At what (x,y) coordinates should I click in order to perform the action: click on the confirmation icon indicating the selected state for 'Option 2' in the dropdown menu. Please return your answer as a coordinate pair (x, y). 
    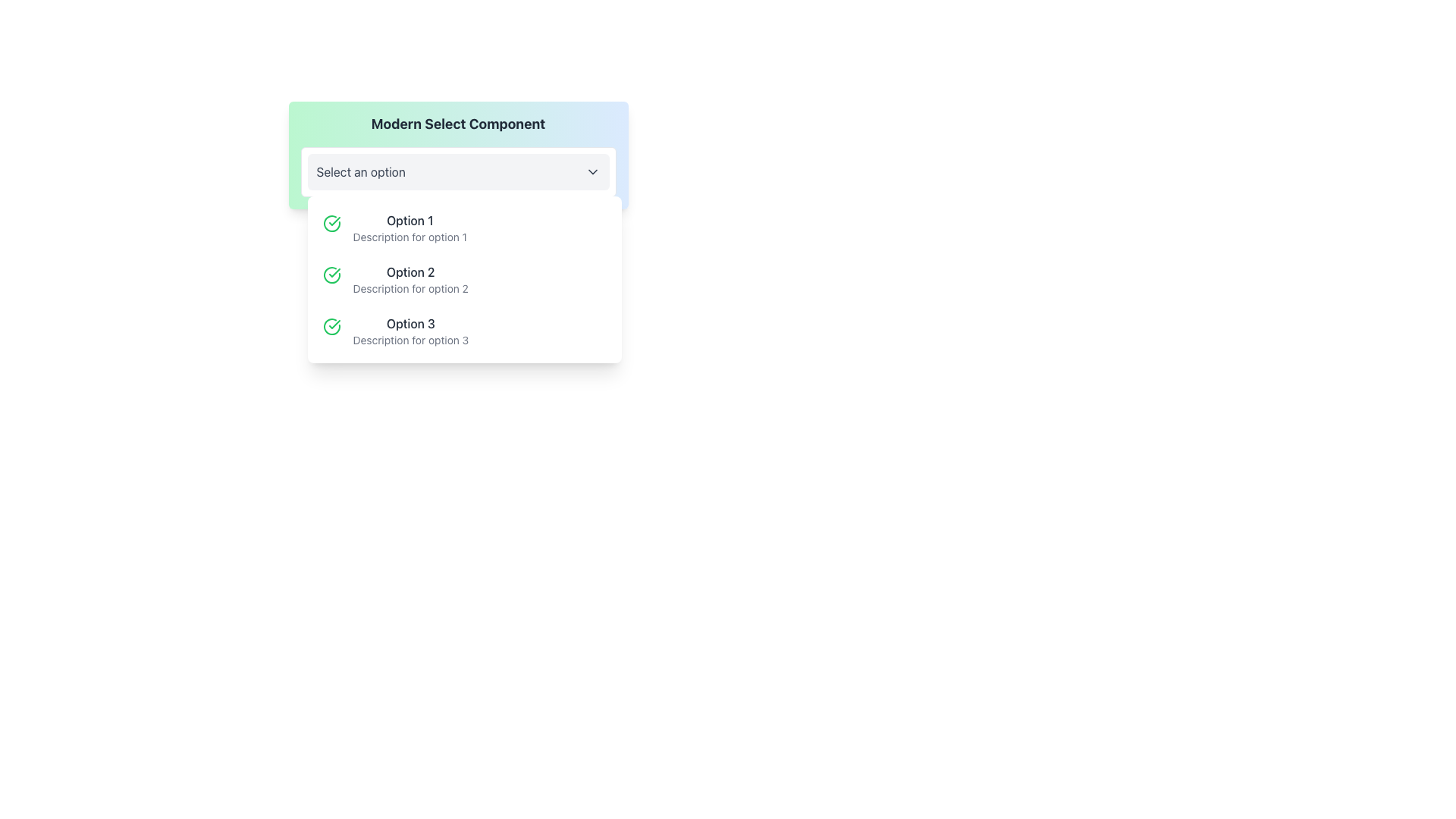
    Looking at the image, I should click on (331, 275).